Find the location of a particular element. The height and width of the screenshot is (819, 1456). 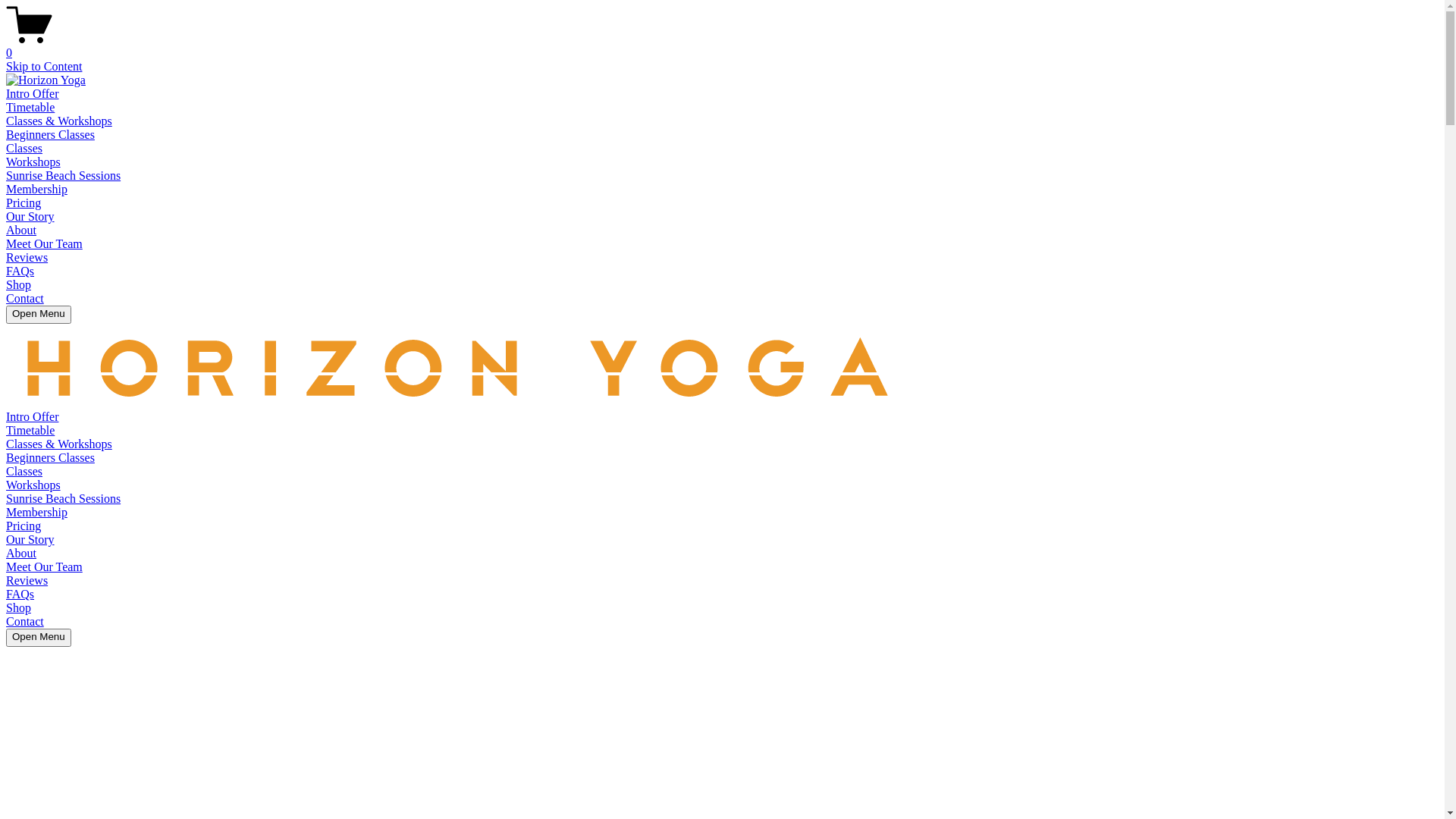

'About' is located at coordinates (21, 553).